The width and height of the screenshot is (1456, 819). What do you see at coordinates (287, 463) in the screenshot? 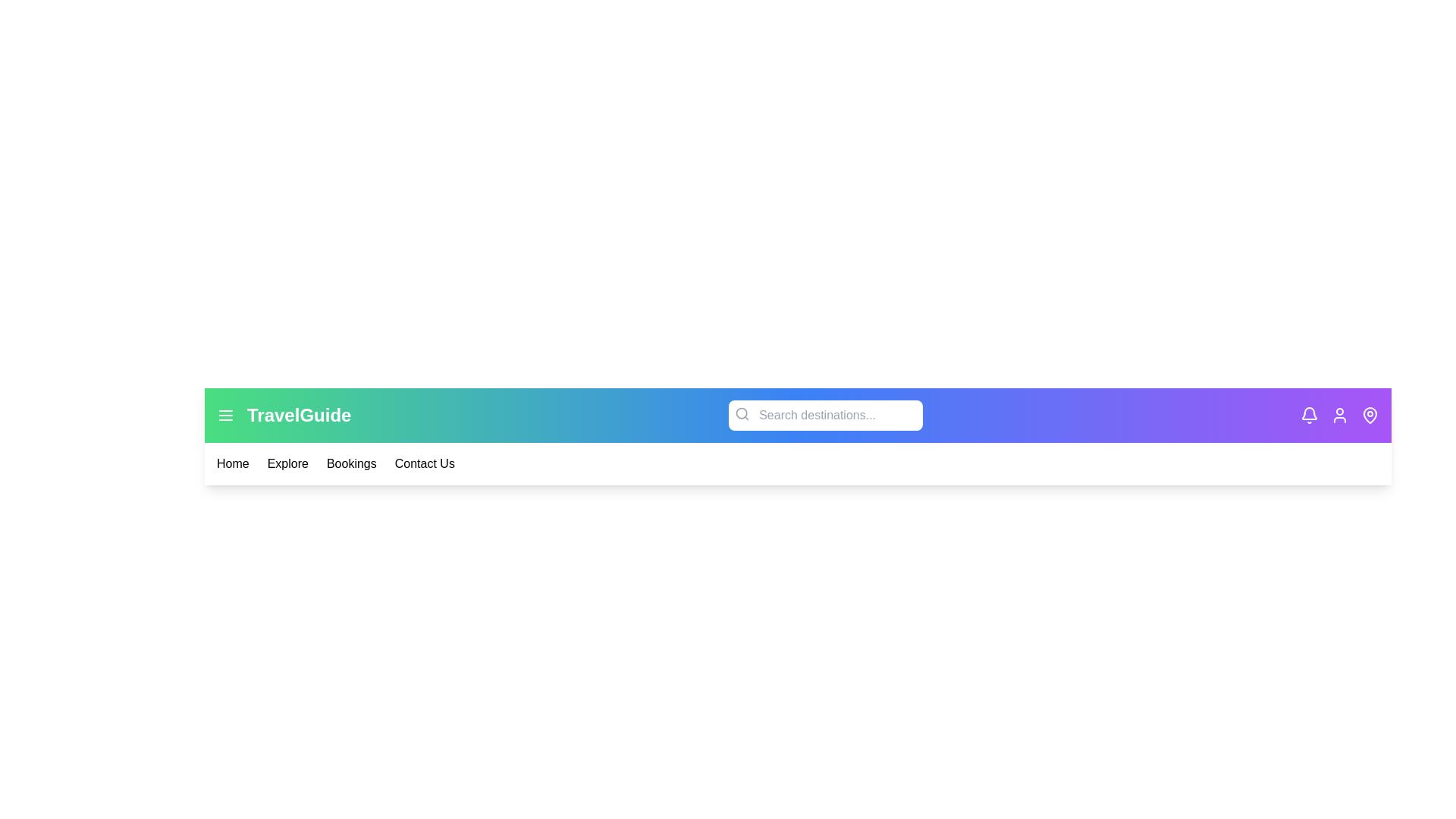
I see `the menu item Explore from the navigation bar` at bounding box center [287, 463].